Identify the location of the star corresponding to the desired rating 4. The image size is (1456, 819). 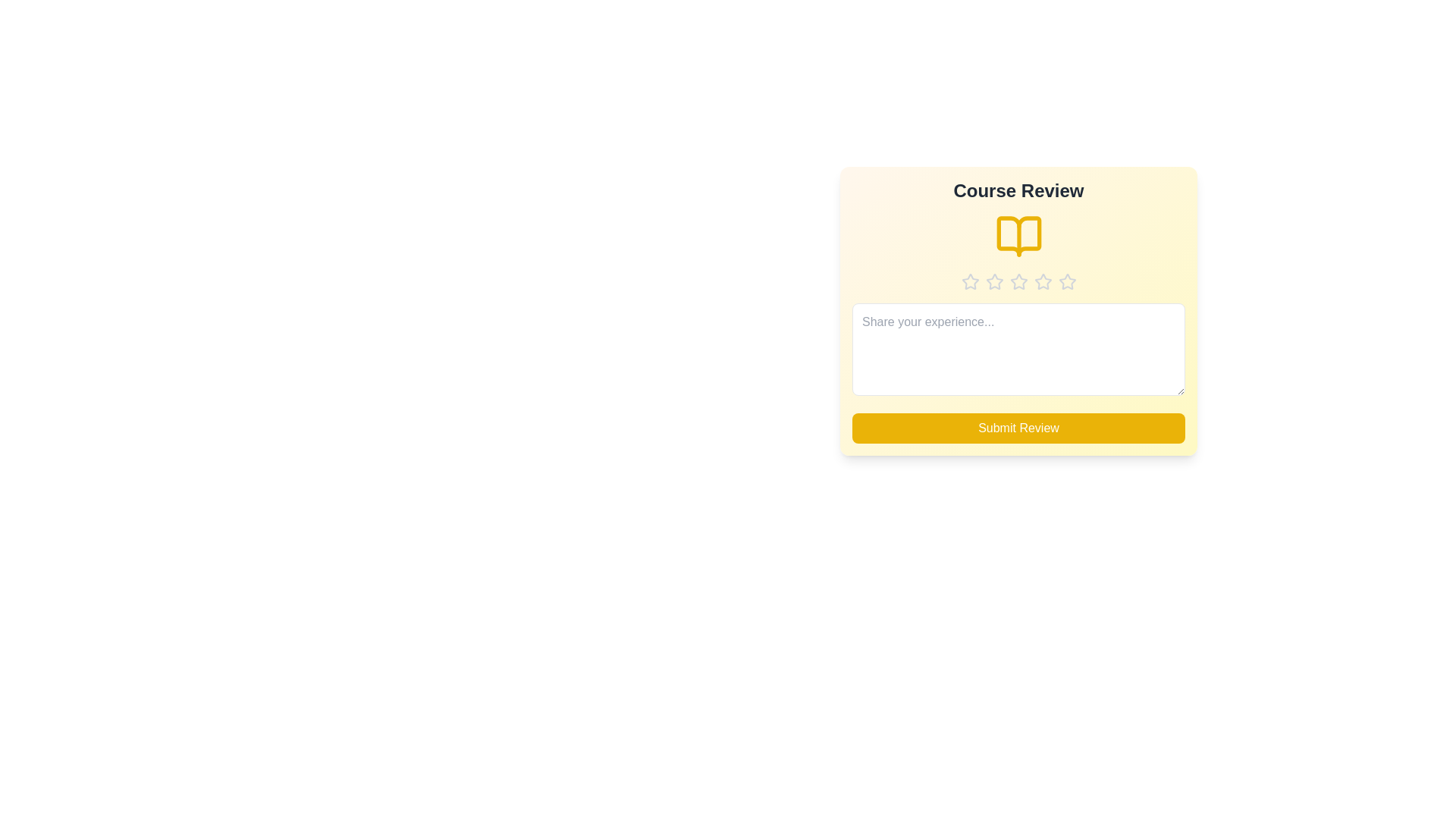
(1042, 281).